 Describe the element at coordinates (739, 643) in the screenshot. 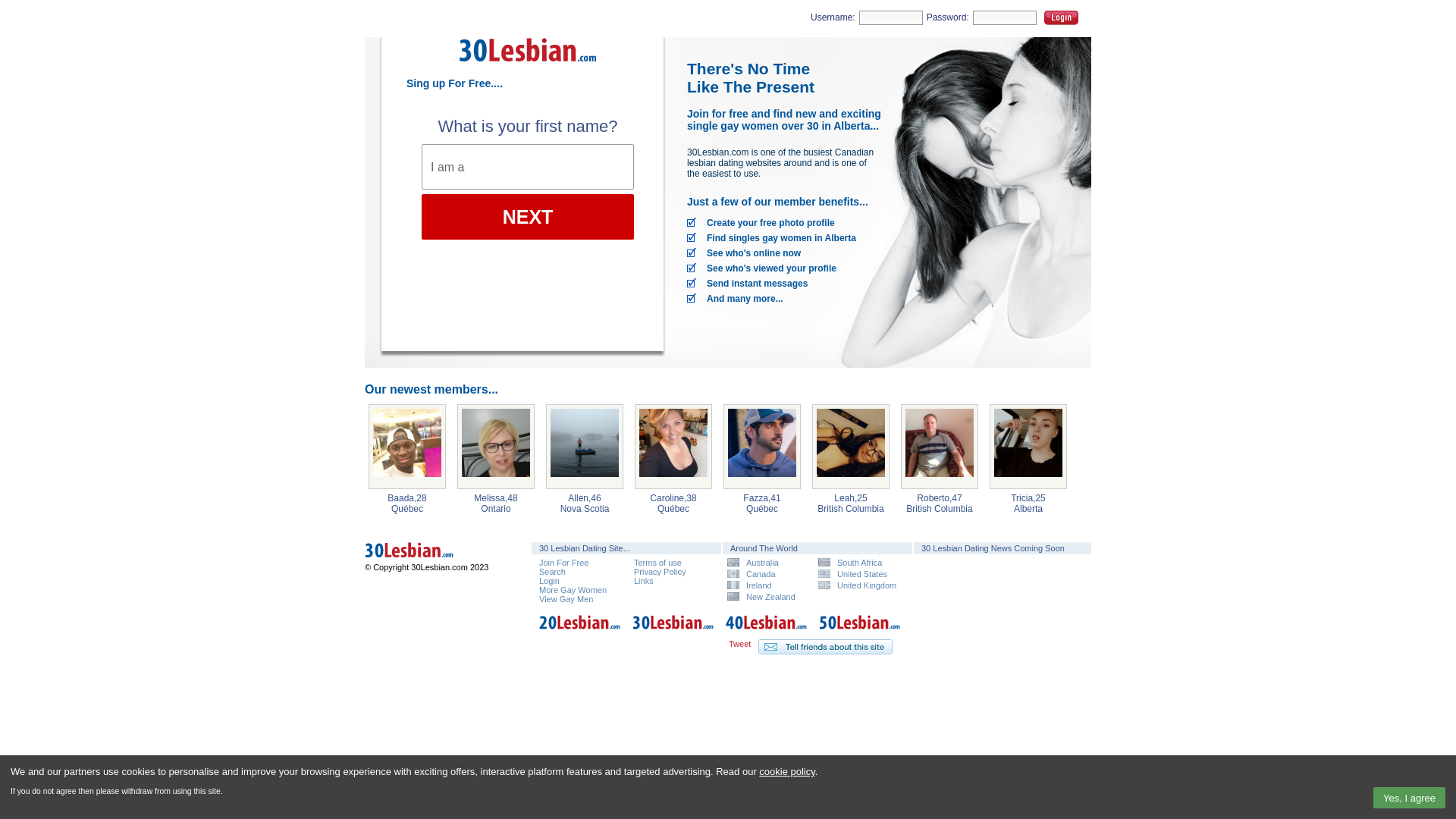

I see `'Tweet'` at that location.